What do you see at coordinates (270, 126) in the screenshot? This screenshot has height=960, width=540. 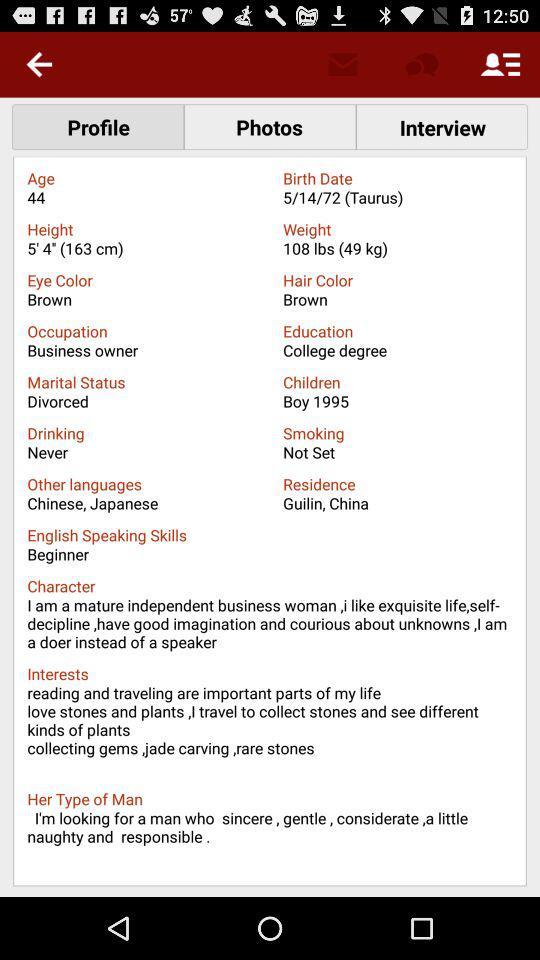 I see `the text which says photos which is right side of the text profile` at bounding box center [270, 126].